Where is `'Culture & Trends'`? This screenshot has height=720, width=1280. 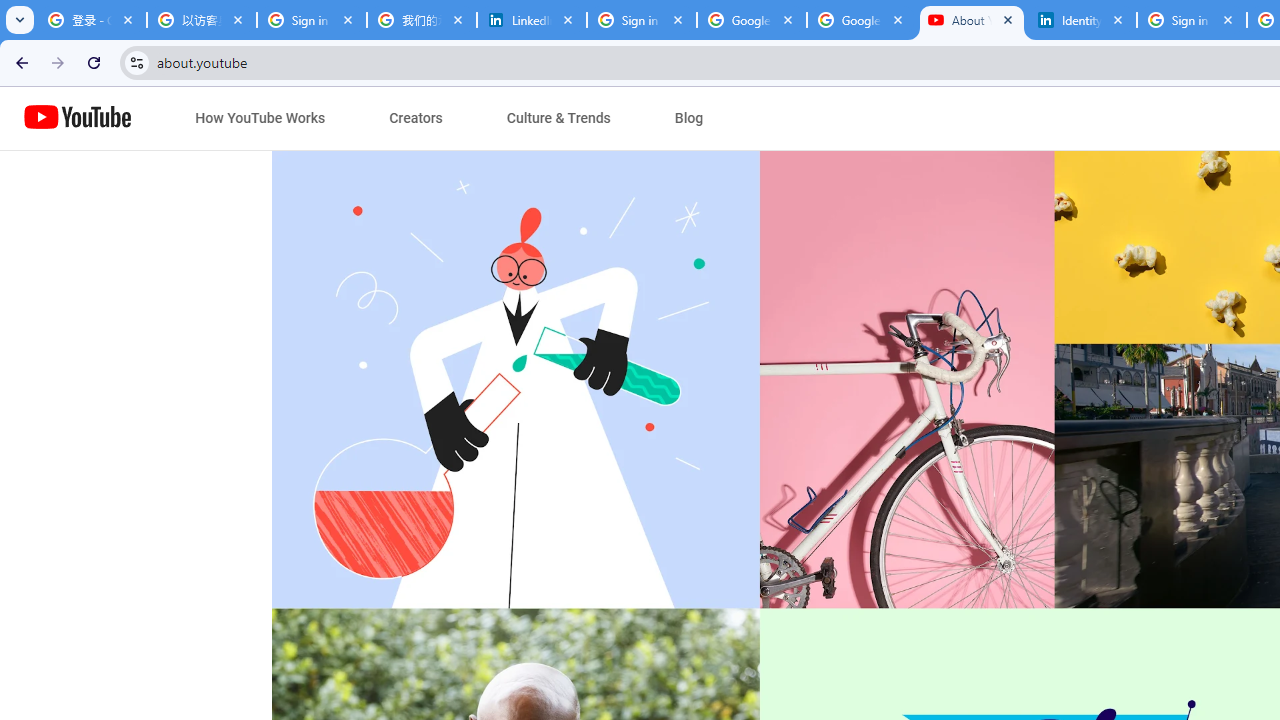 'Culture & Trends' is located at coordinates (558, 118).